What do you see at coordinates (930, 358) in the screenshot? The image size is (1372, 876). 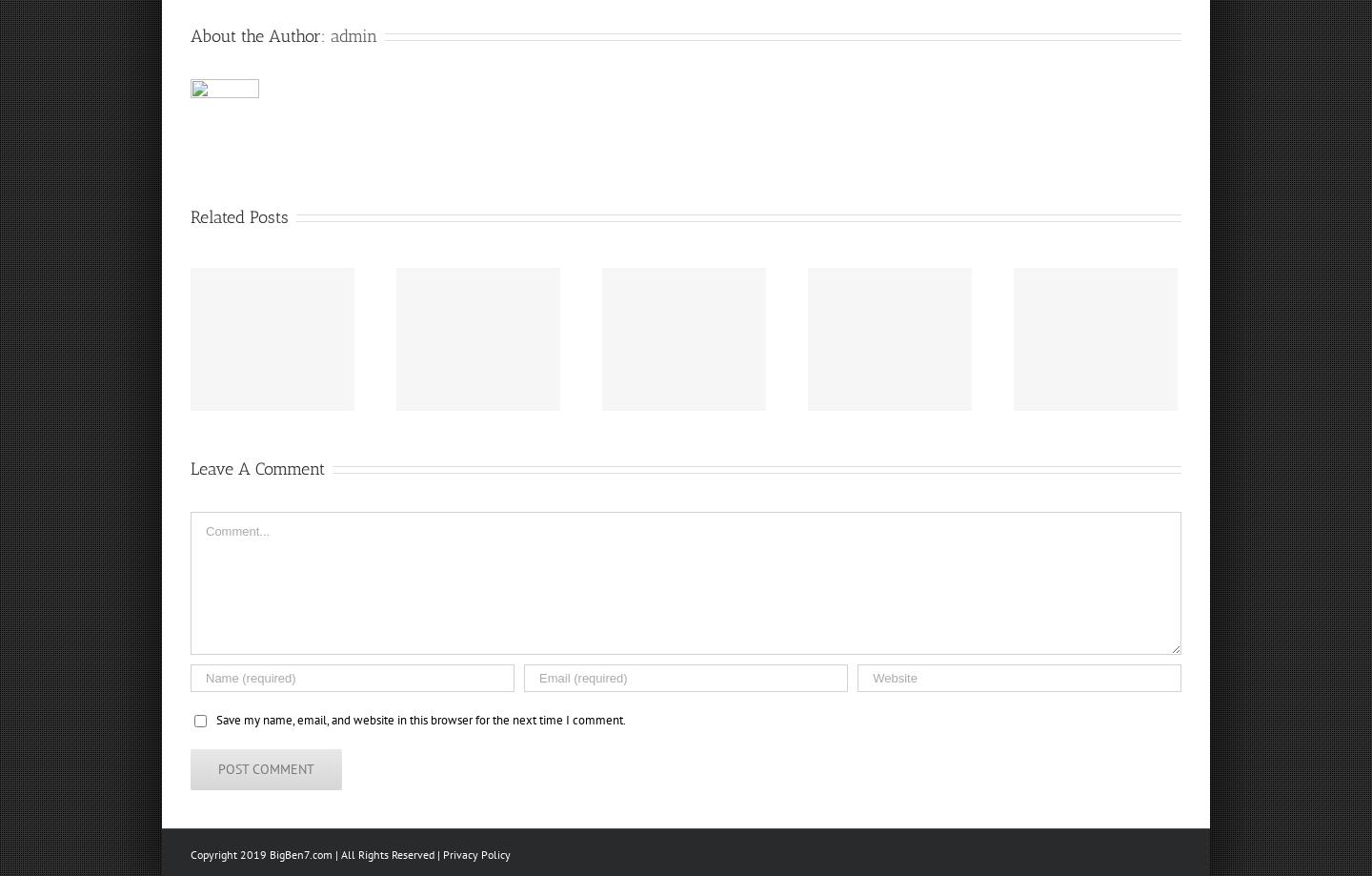 I see `'Throwback Thursday: afterall, Christmas IS next month!'` at bounding box center [930, 358].